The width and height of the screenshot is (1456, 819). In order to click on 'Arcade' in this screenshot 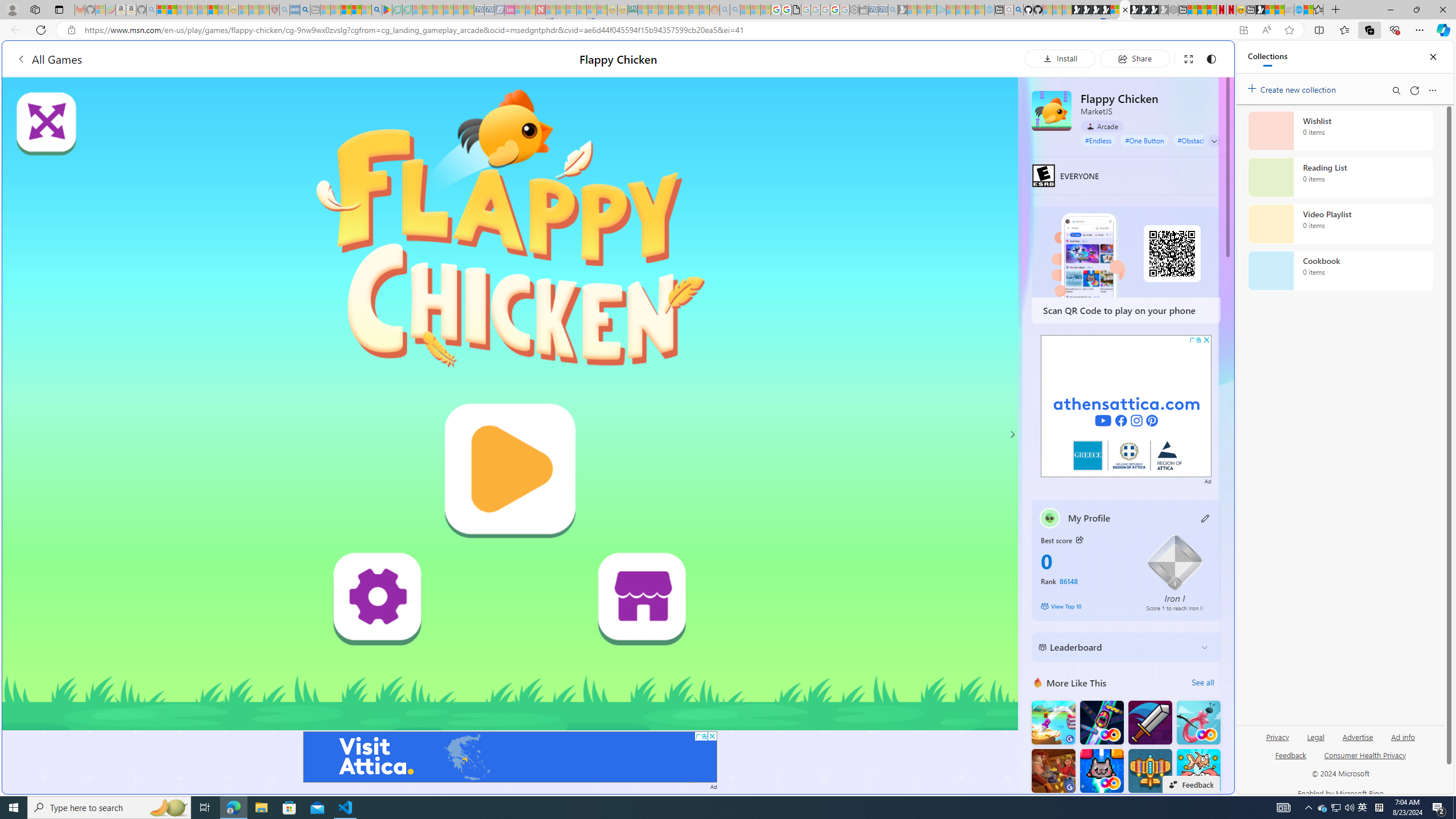, I will do `click(1101, 126)`.